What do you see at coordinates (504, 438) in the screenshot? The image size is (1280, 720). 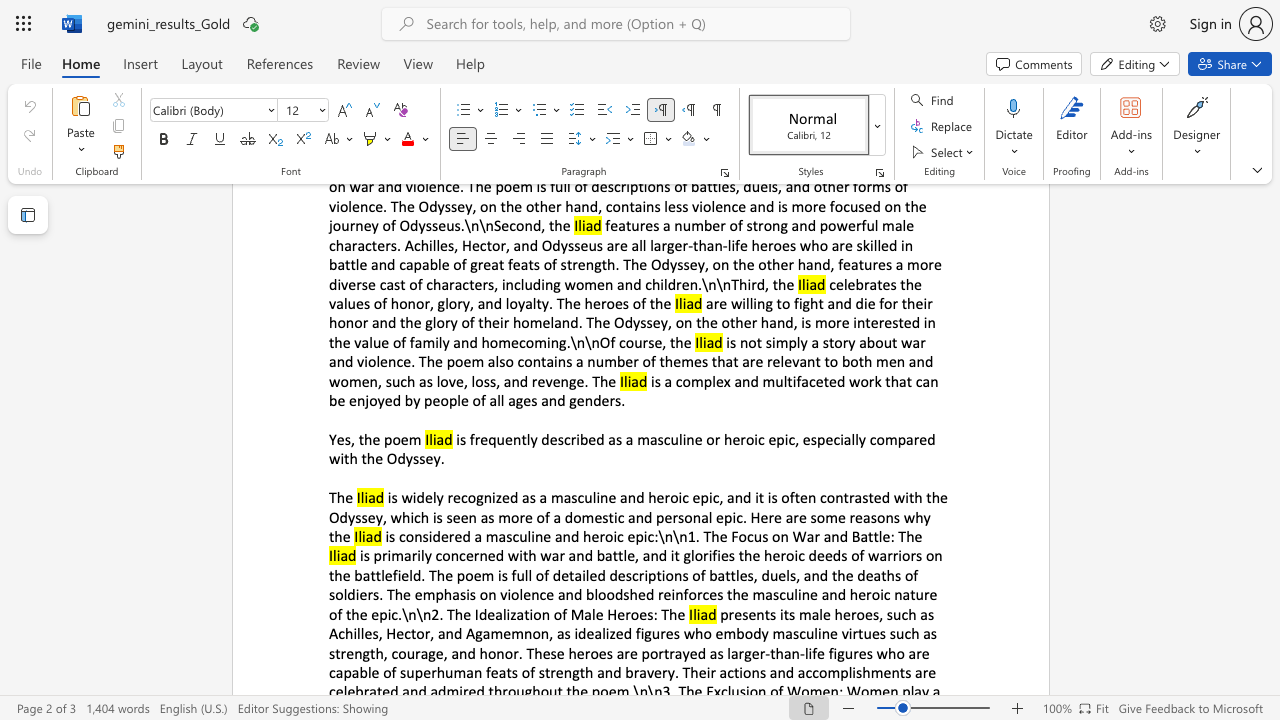 I see `the subset text "ently described as a masculine or heroic epic, especially co" within the text "is frequently described as a masculine or heroic epic, especially compared with the Odyssey."` at bounding box center [504, 438].